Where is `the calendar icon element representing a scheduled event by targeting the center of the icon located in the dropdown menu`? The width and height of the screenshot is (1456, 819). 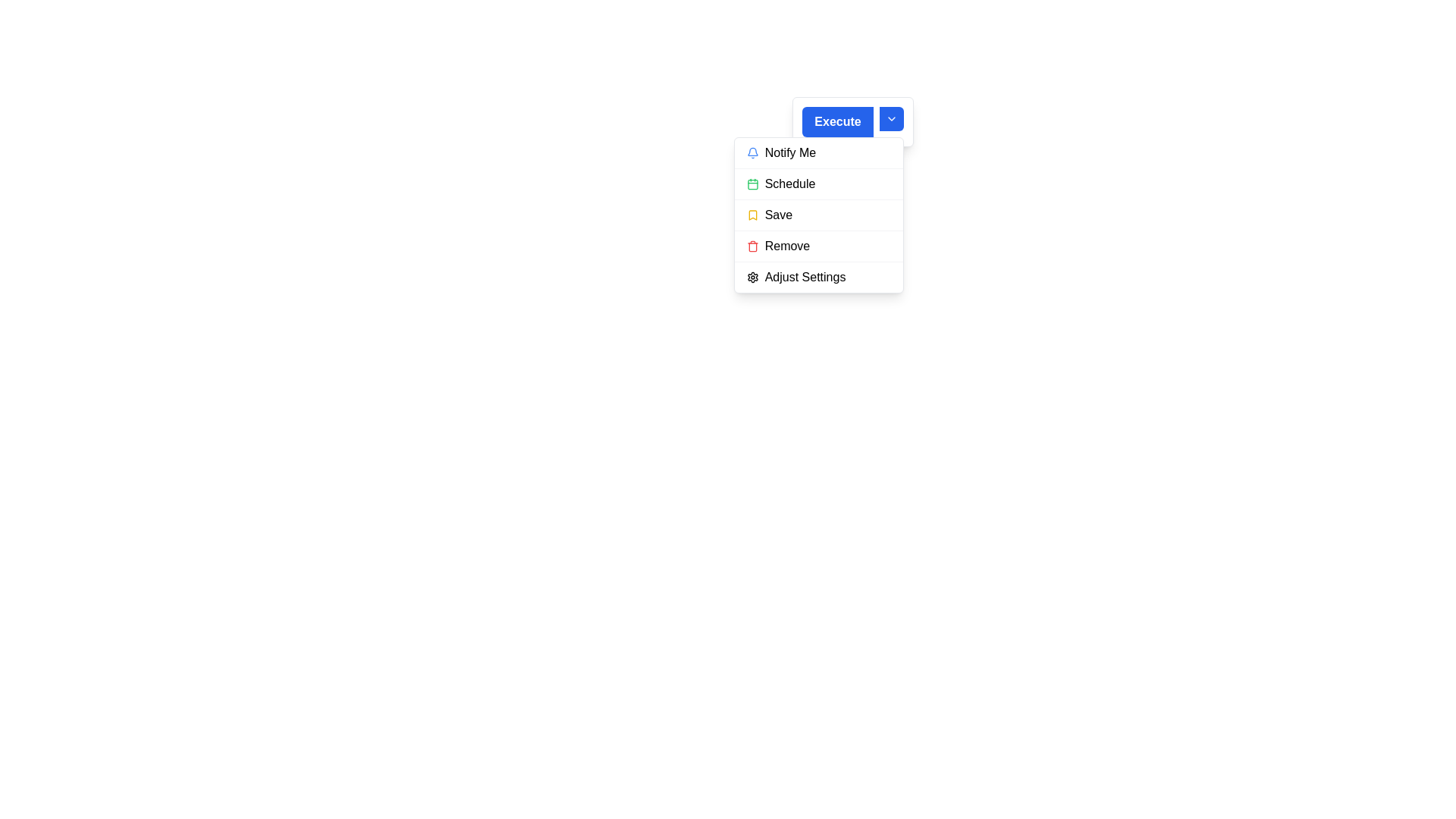
the calendar icon element representing a scheduled event by targeting the center of the icon located in the dropdown menu is located at coordinates (752, 184).